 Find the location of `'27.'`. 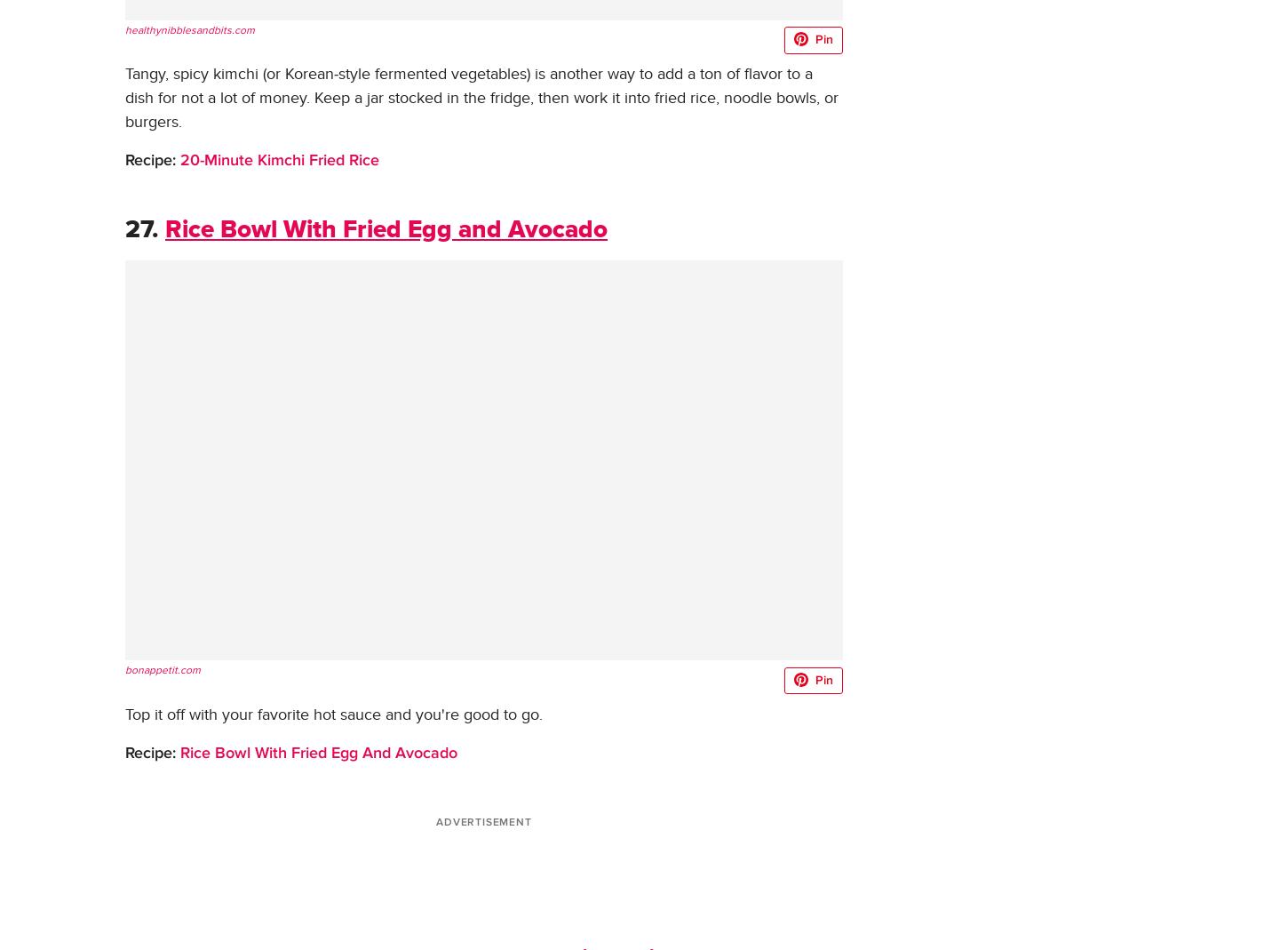

'27.' is located at coordinates (140, 229).